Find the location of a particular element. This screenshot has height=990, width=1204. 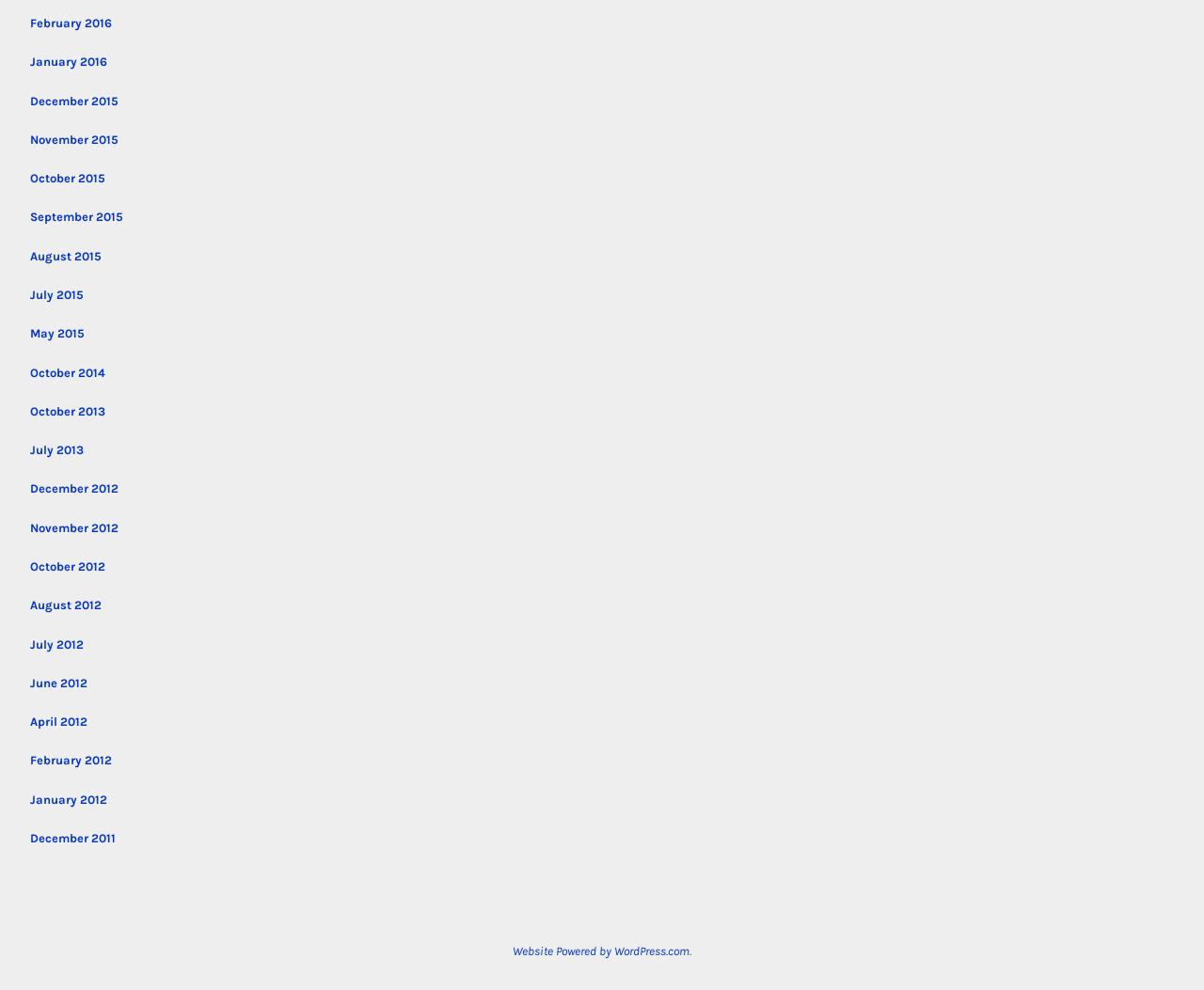

'April 2012' is located at coordinates (58, 721).